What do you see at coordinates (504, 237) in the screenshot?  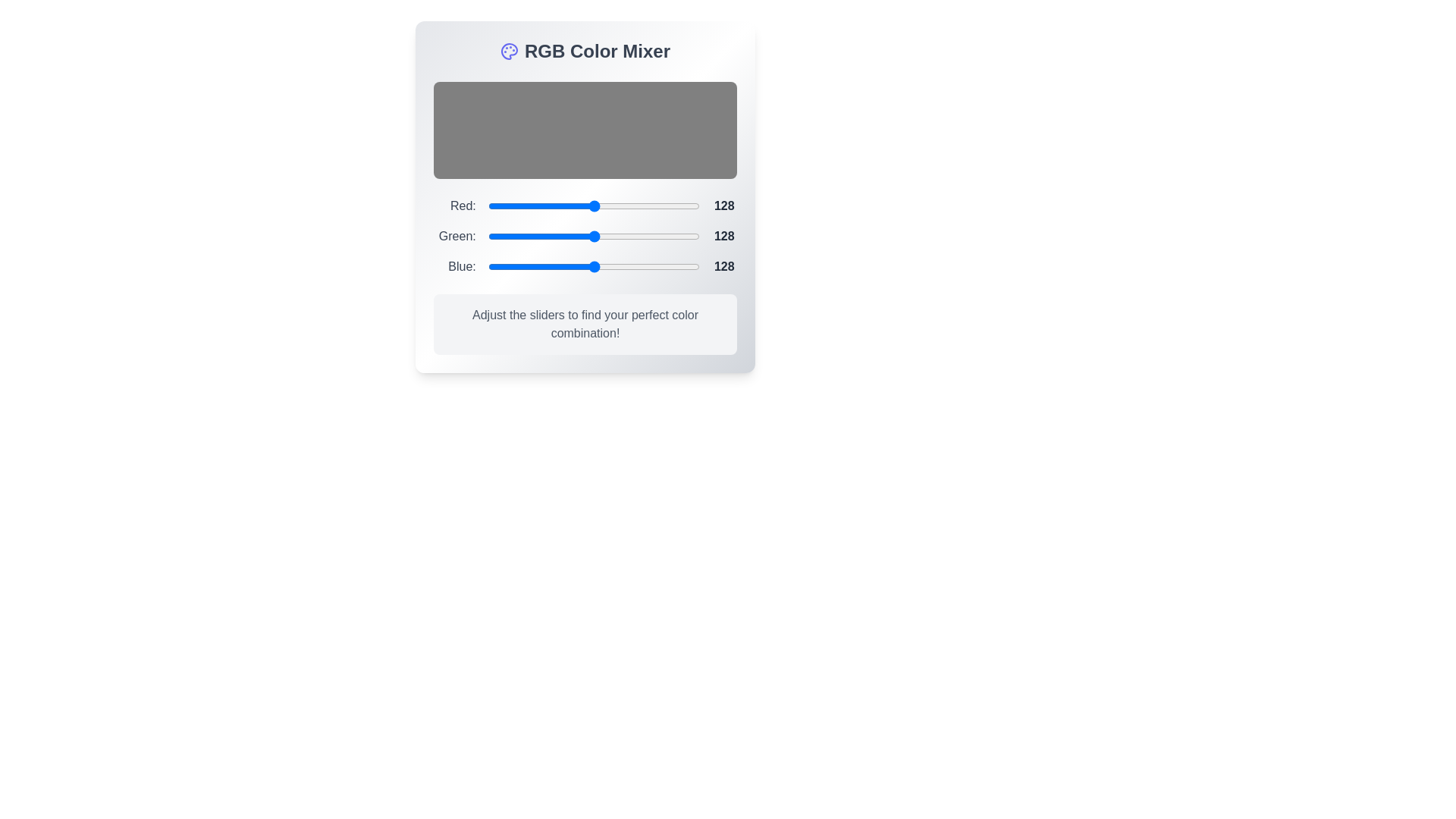 I see `the 1 slider to 19` at bounding box center [504, 237].